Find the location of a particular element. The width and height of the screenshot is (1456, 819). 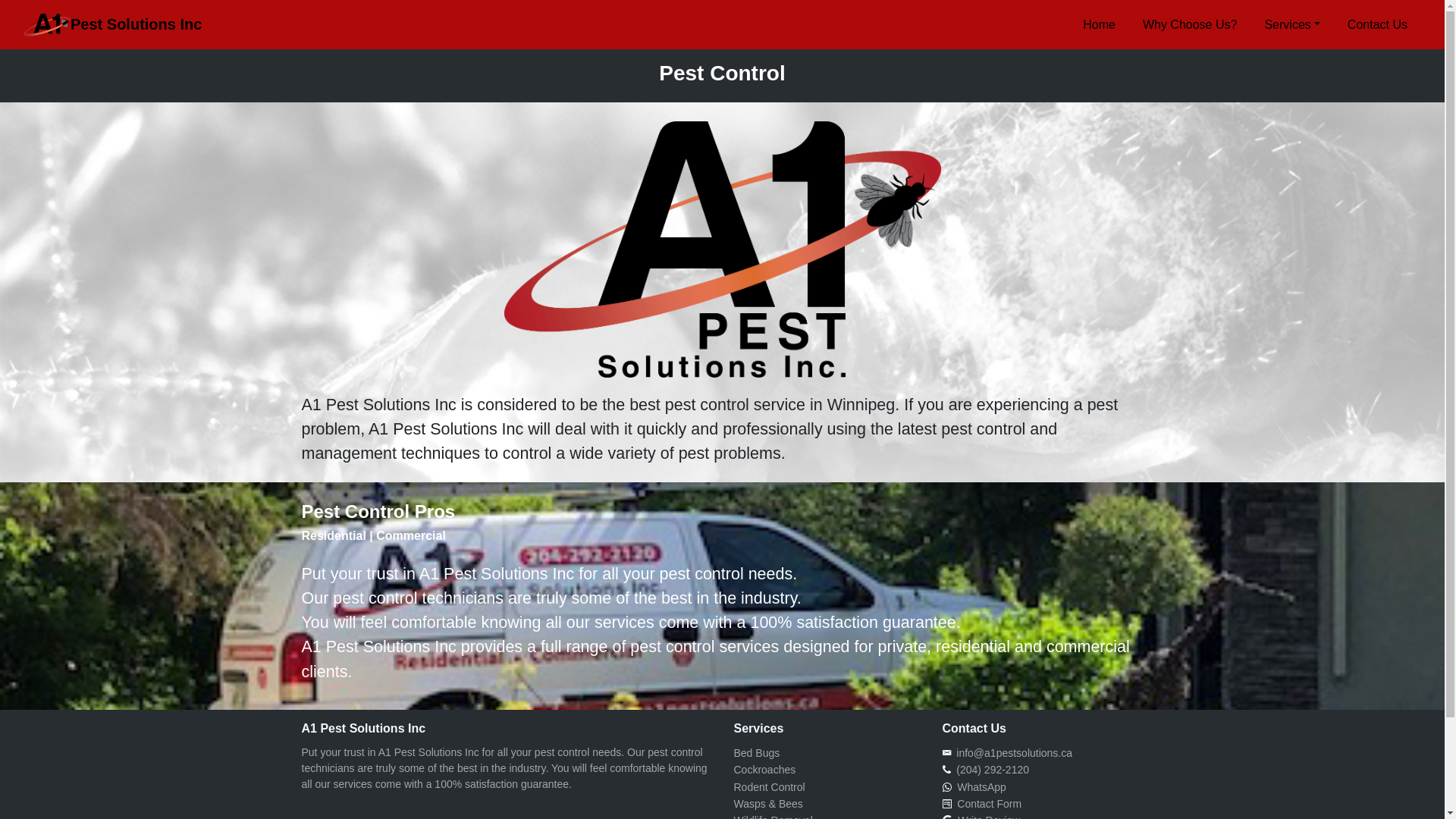

'  Contact Form' is located at coordinates (949, 803).